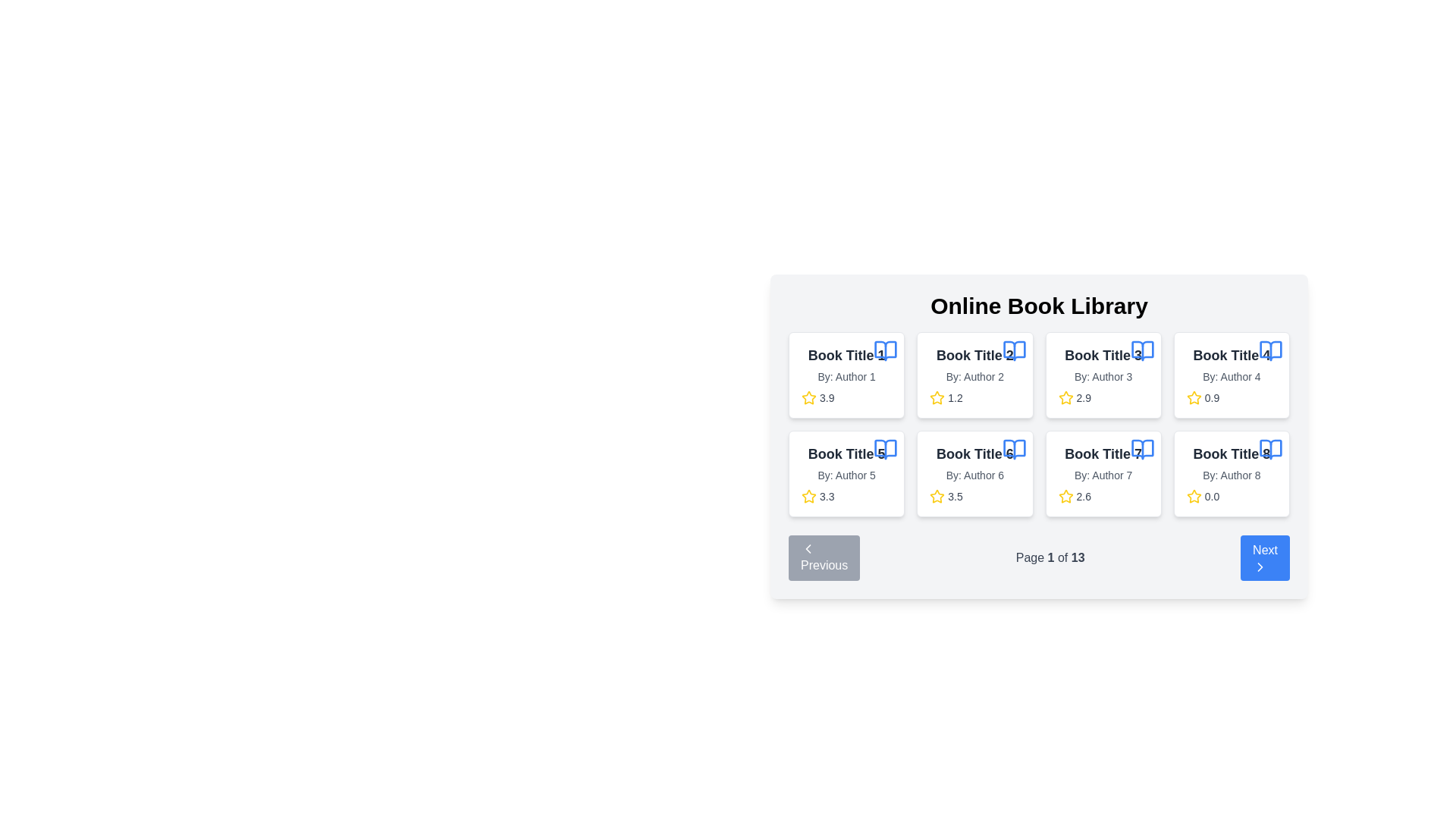 This screenshot has height=819, width=1456. I want to click on the static text label indicating the current page, which shows 'Page 1 of 13' and is located in the pagination section at the bottom center of the interface, so click(1050, 557).